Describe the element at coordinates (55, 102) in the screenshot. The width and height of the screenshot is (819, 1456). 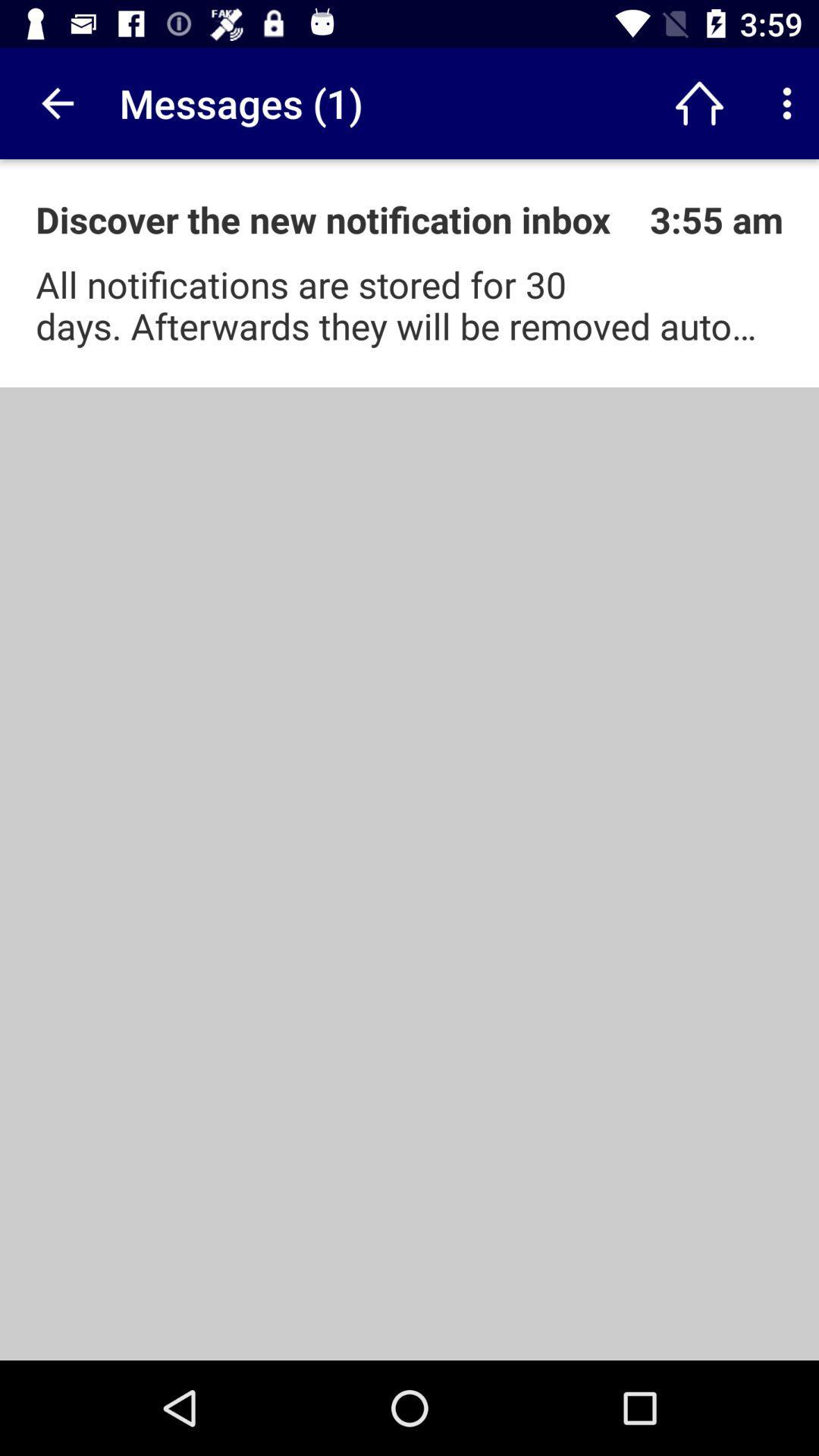
I see `item above the discover the new` at that location.